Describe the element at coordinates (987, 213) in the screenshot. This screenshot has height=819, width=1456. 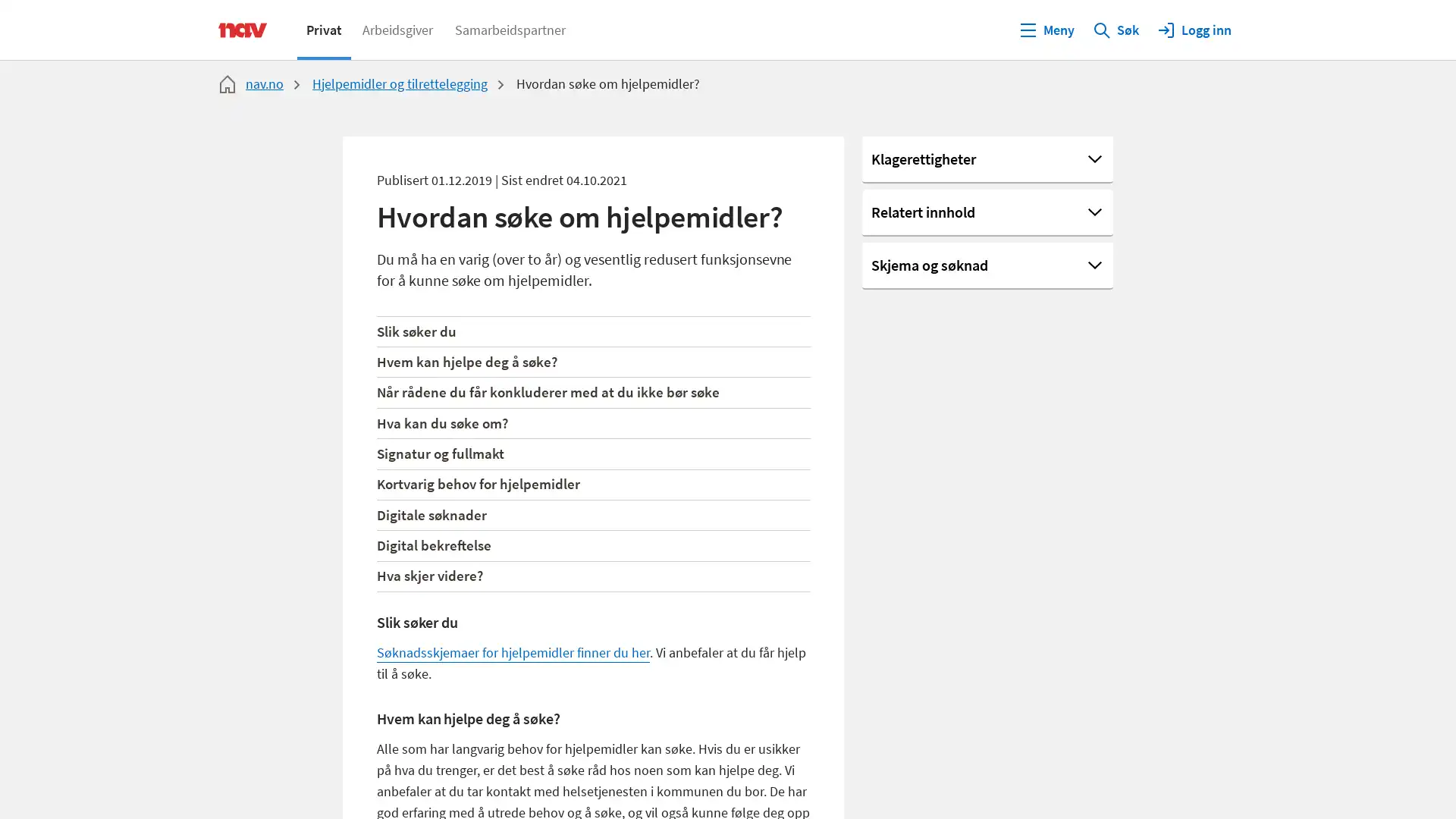
I see `Relatert innhold` at that location.